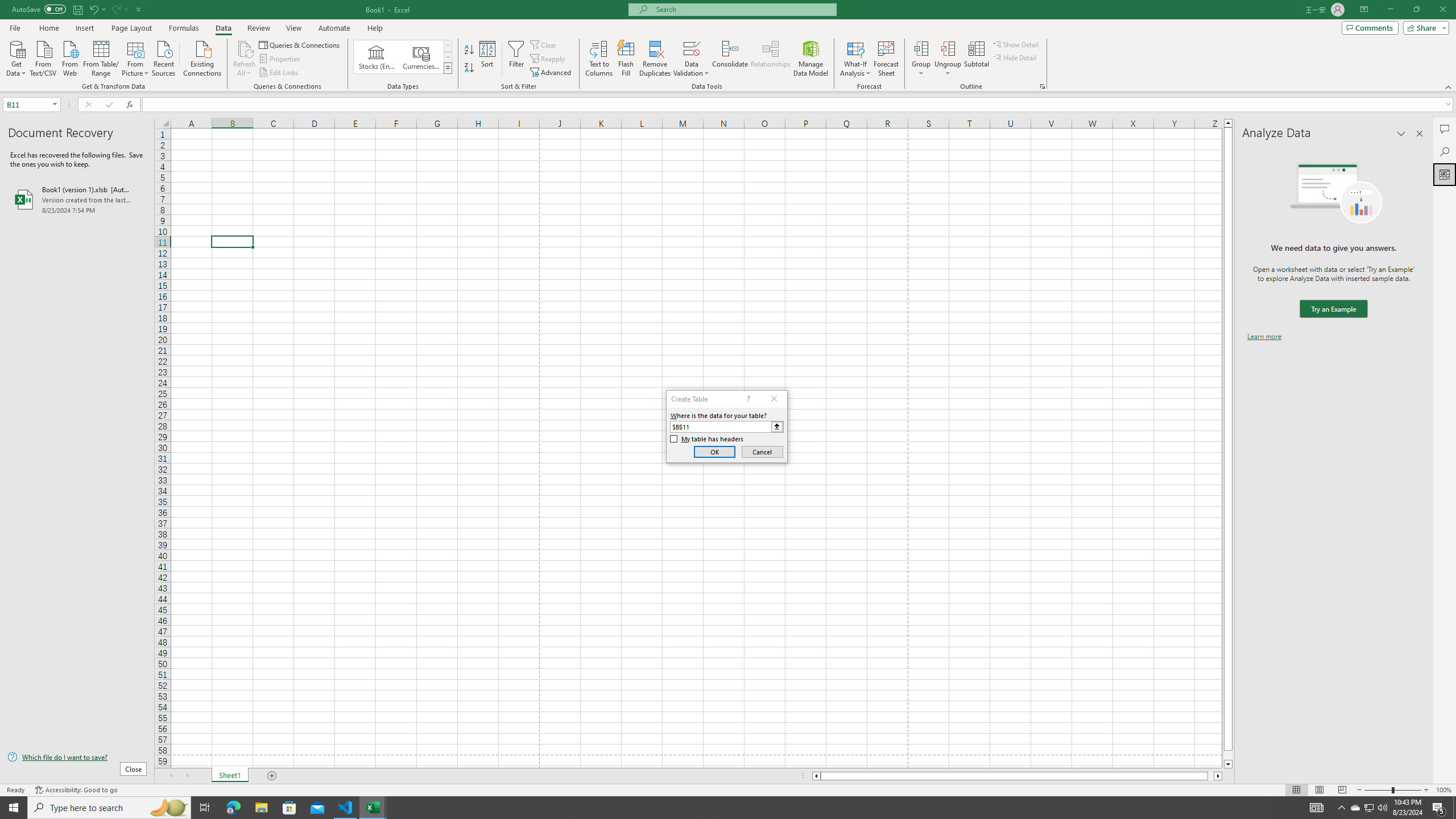 This screenshot has width=1456, height=819. What do you see at coordinates (1015, 56) in the screenshot?
I see `'Hide Detail'` at bounding box center [1015, 56].